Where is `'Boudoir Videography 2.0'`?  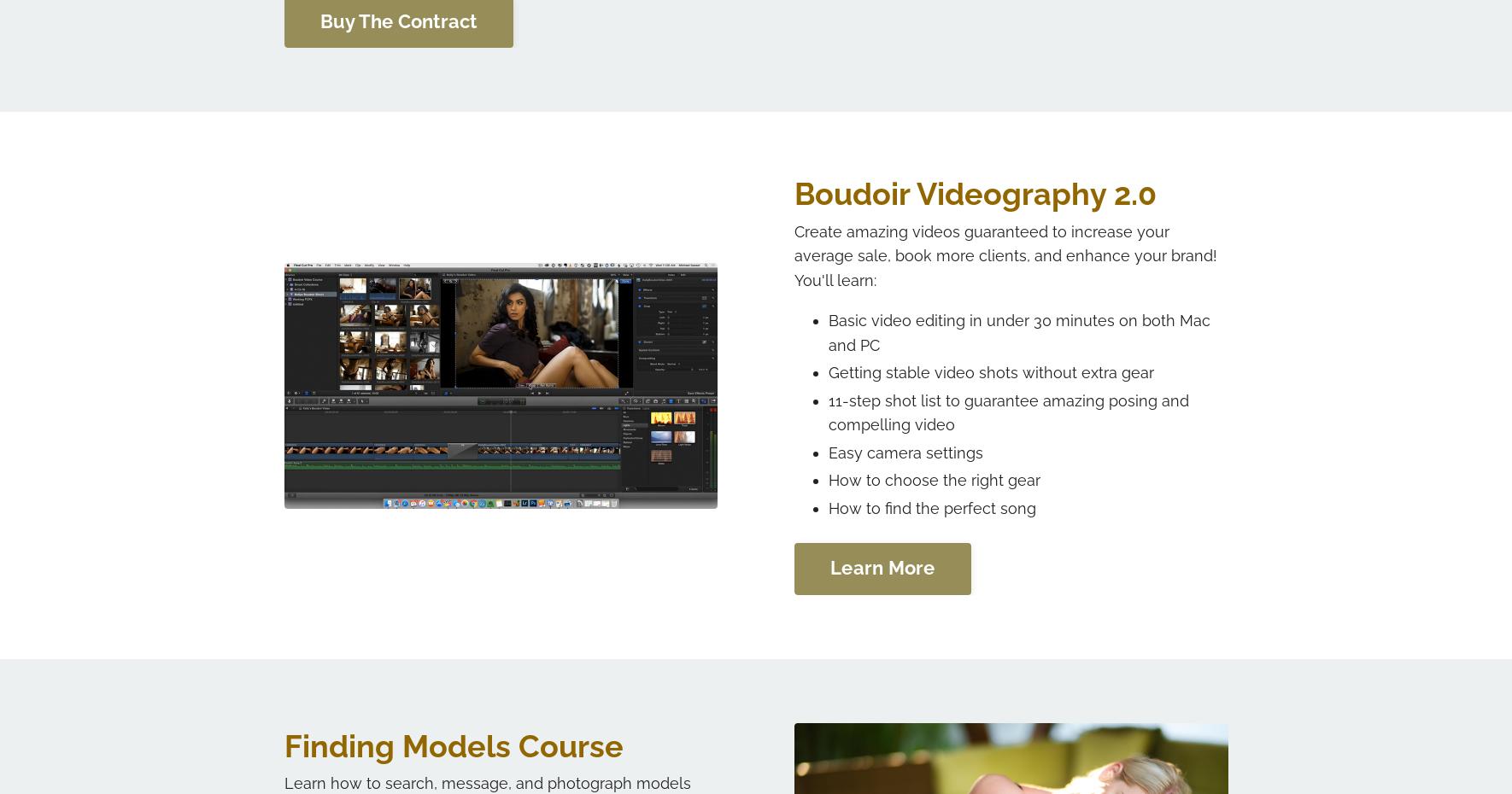
'Boudoir Videography 2.0' is located at coordinates (976, 193).